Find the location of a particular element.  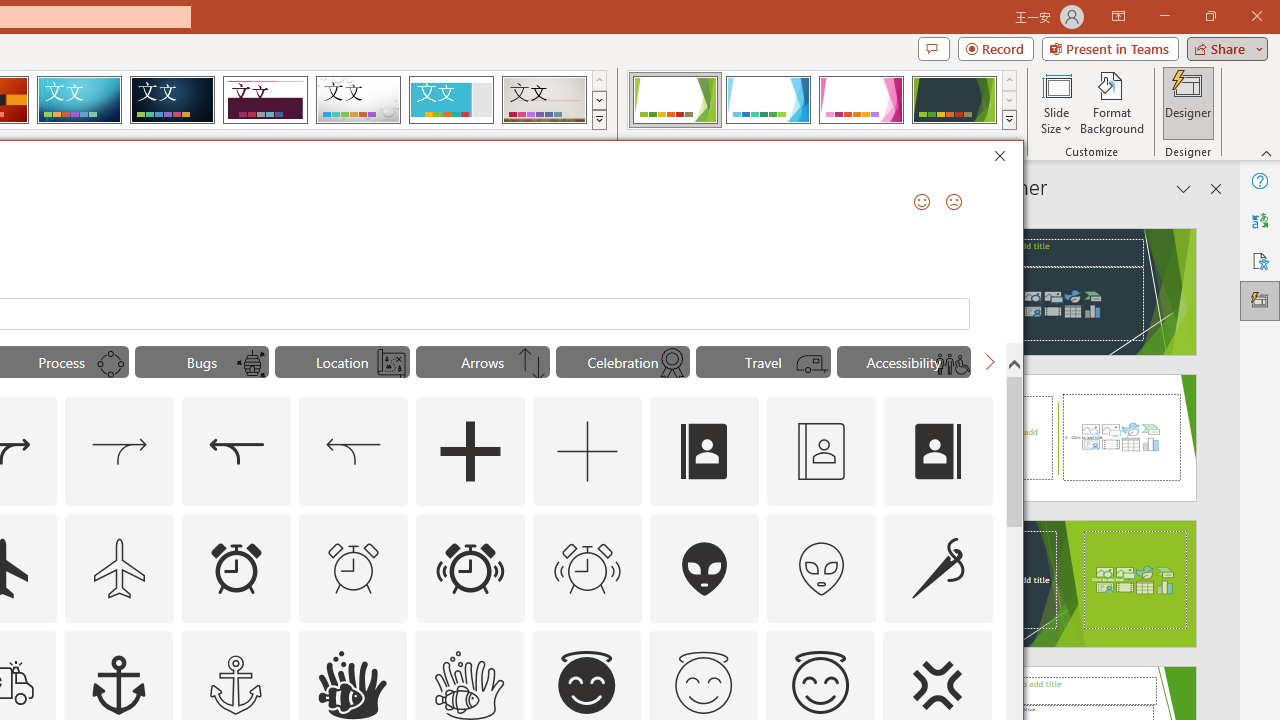

'AutomationID: Icons_TreasureMap_M' is located at coordinates (391, 364).